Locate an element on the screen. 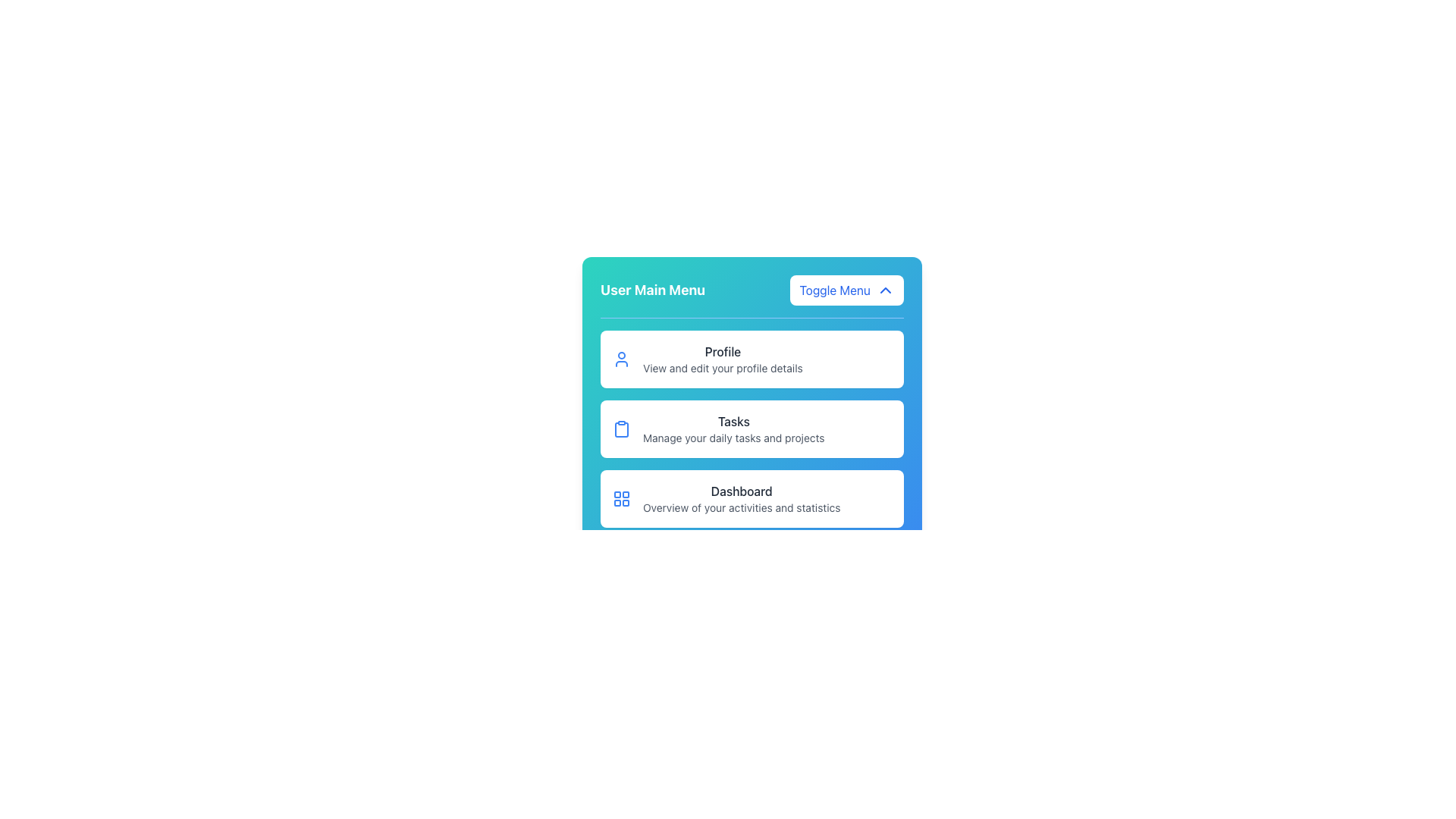 Image resolution: width=1456 pixels, height=819 pixels. the List of navigation items located centrally below the 'User Main Menu' header is located at coordinates (752, 463).